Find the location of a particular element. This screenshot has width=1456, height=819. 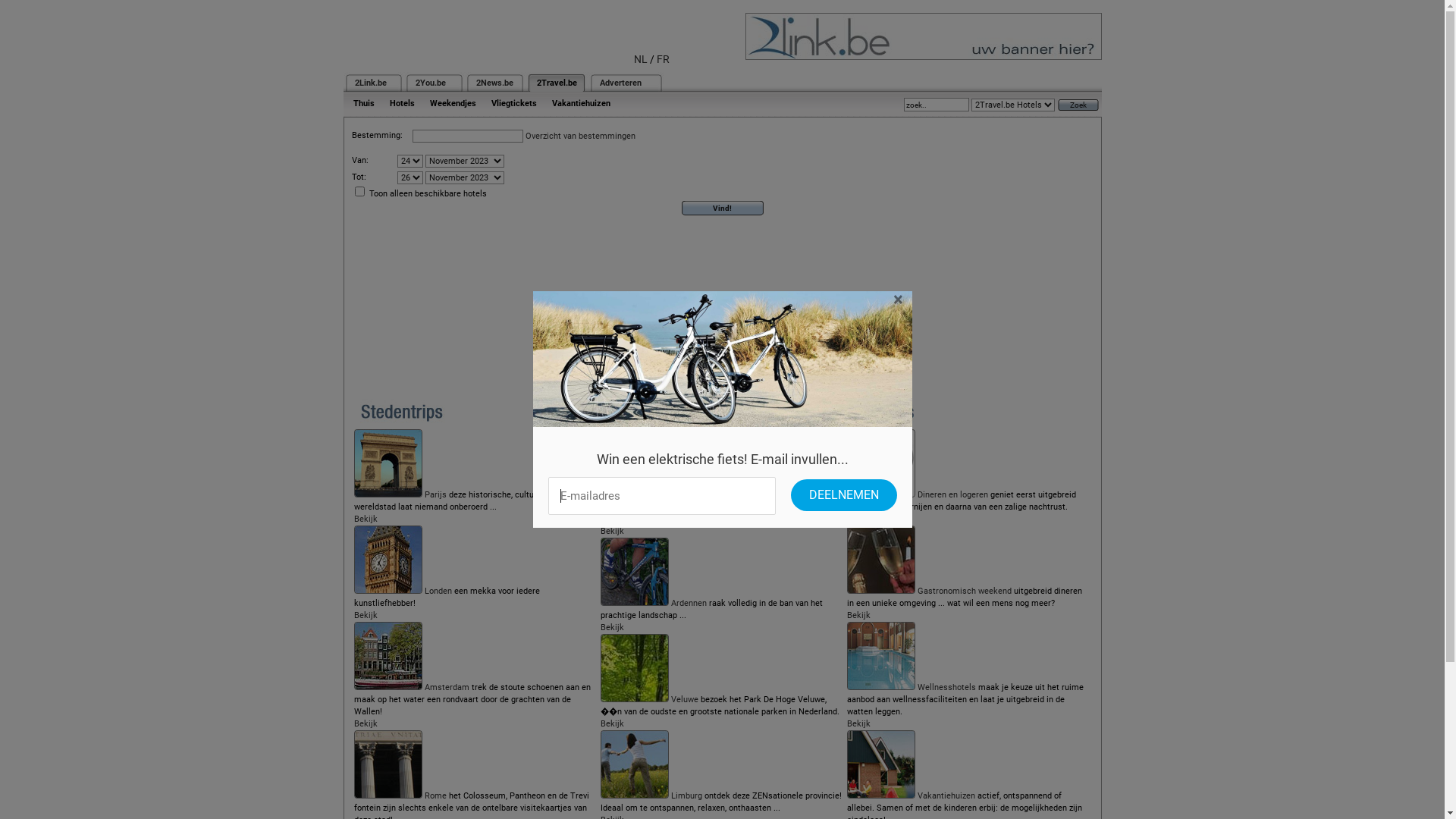

'2Link.be' is located at coordinates (371, 83).